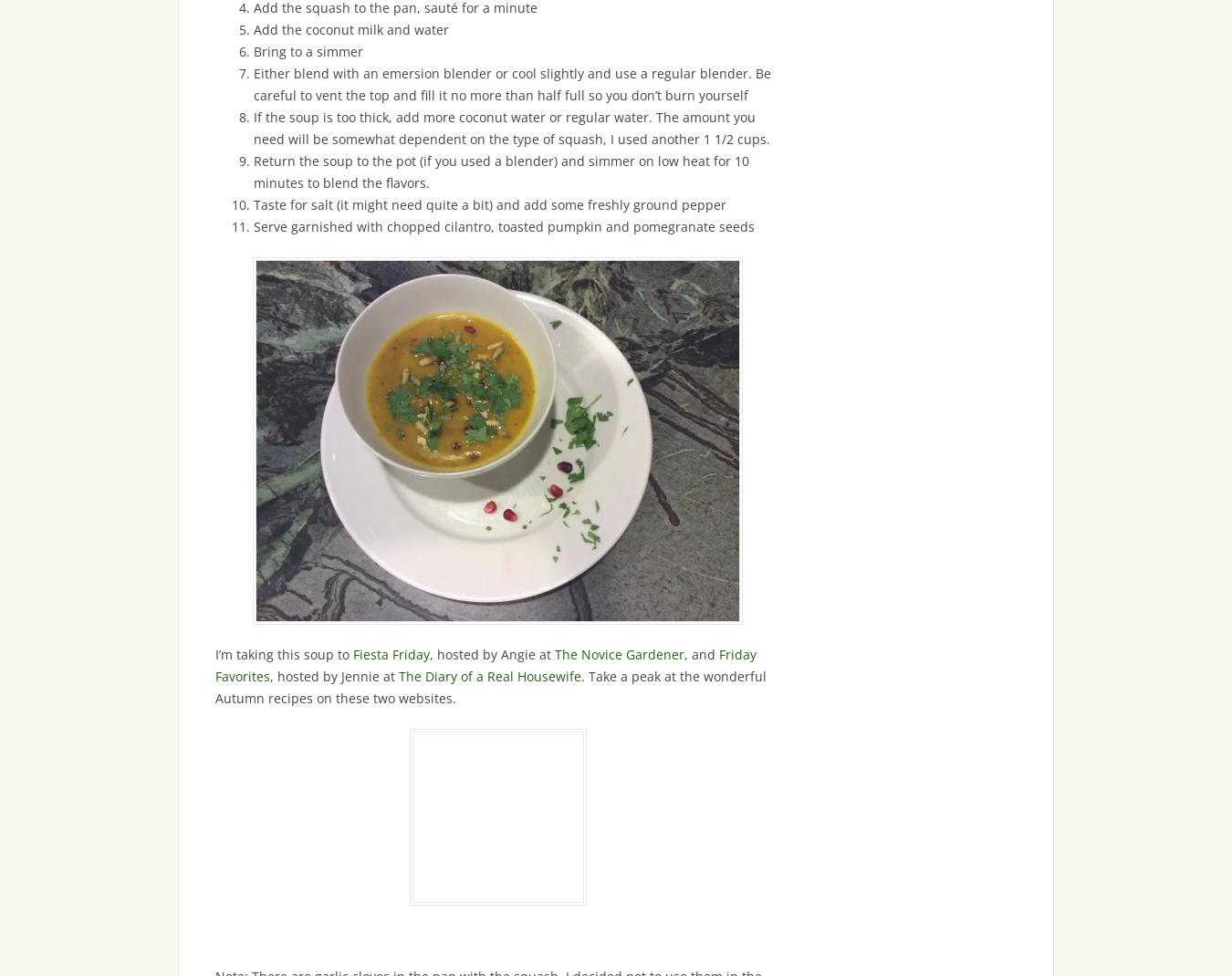 This screenshot has height=976, width=1232. Describe the element at coordinates (485, 664) in the screenshot. I see `'Friday Favorites'` at that location.